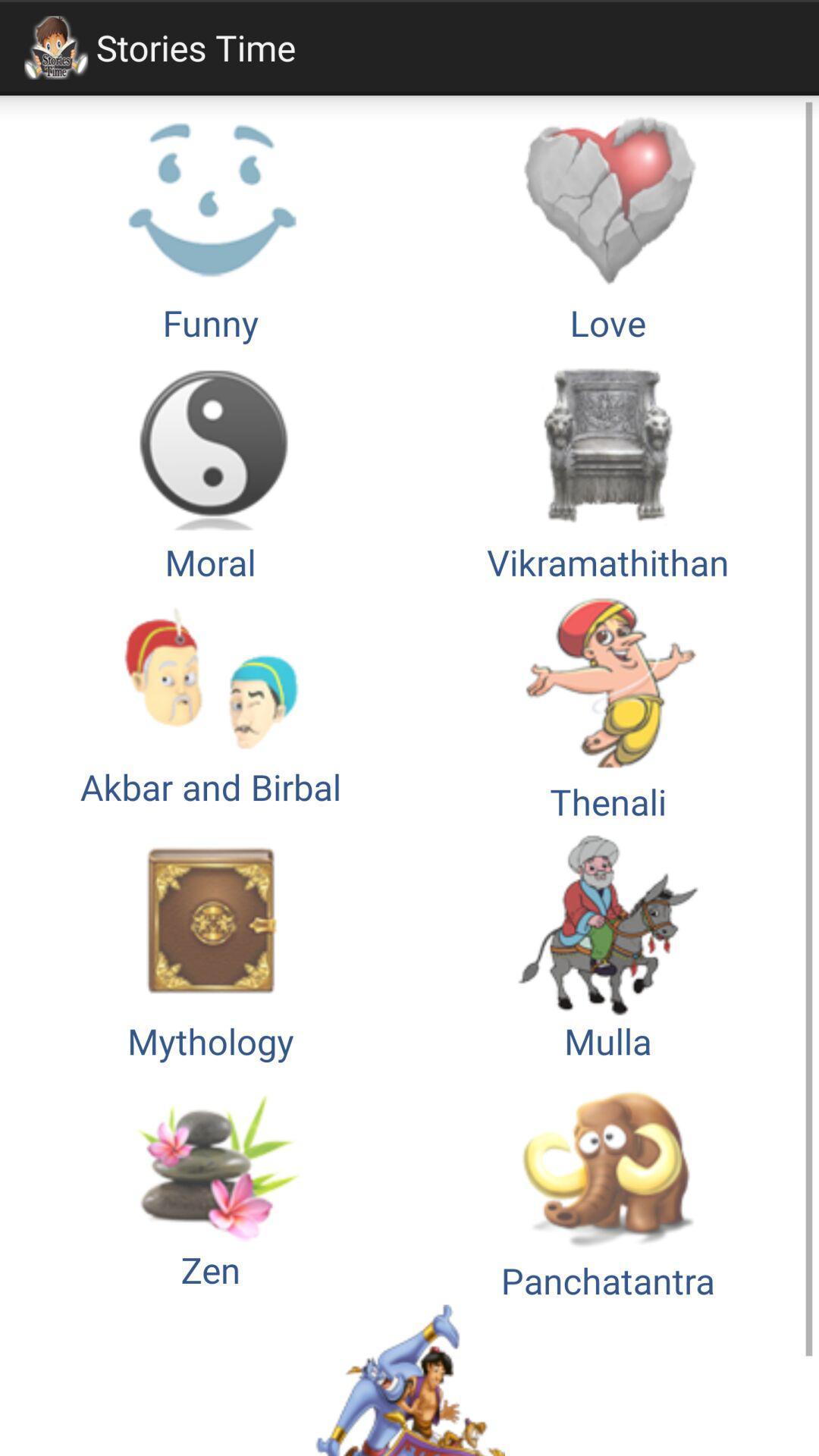 This screenshot has height=1456, width=819. Describe the element at coordinates (607, 1185) in the screenshot. I see `the panchatantra image which is in the fourth row second column` at that location.